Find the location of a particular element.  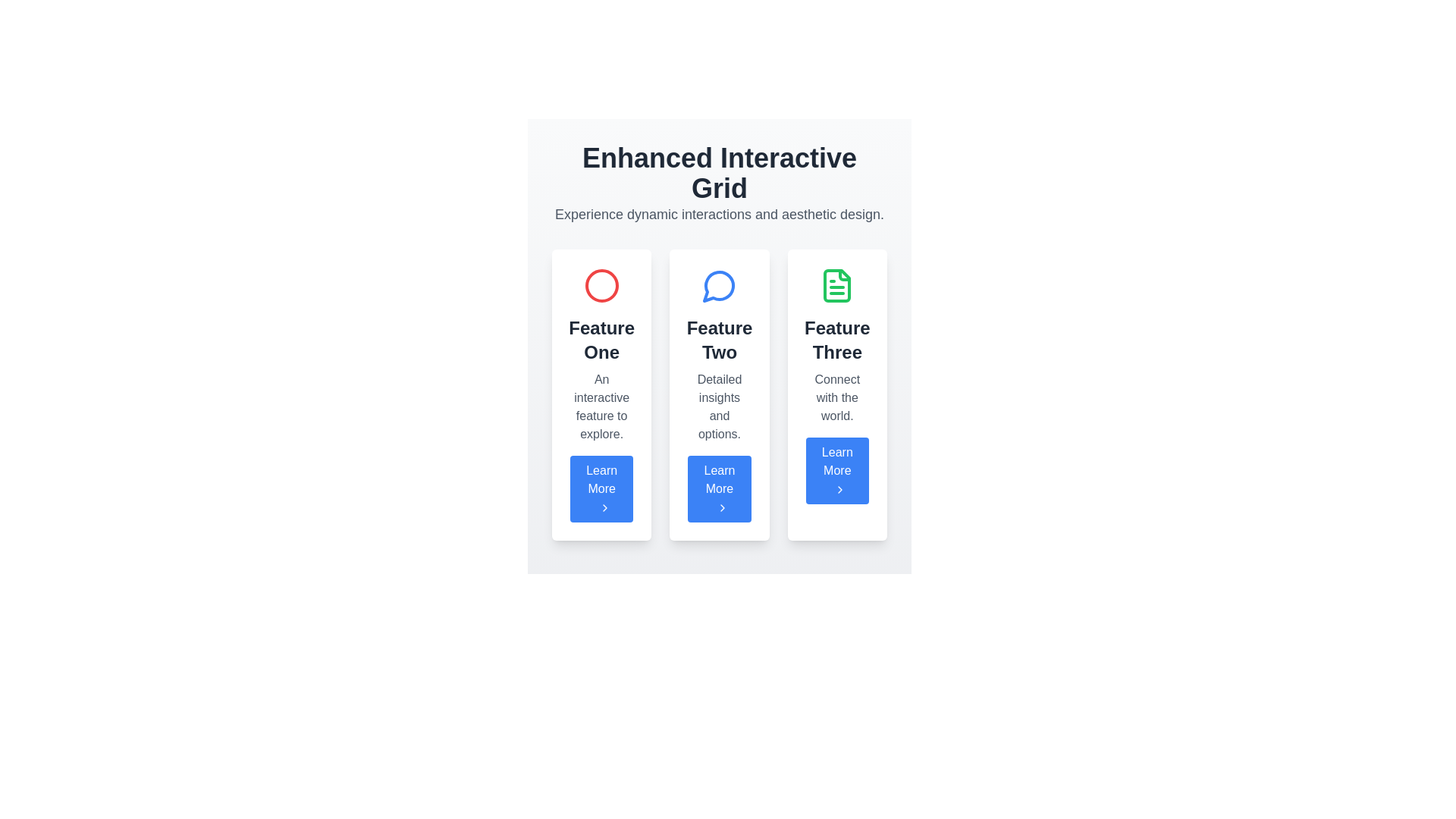

the visual cue direction of the right-pointing chevron arrow icon located inside the 'Learn More' button, which is styled with a thin stroke and no fill is located at coordinates (604, 507).